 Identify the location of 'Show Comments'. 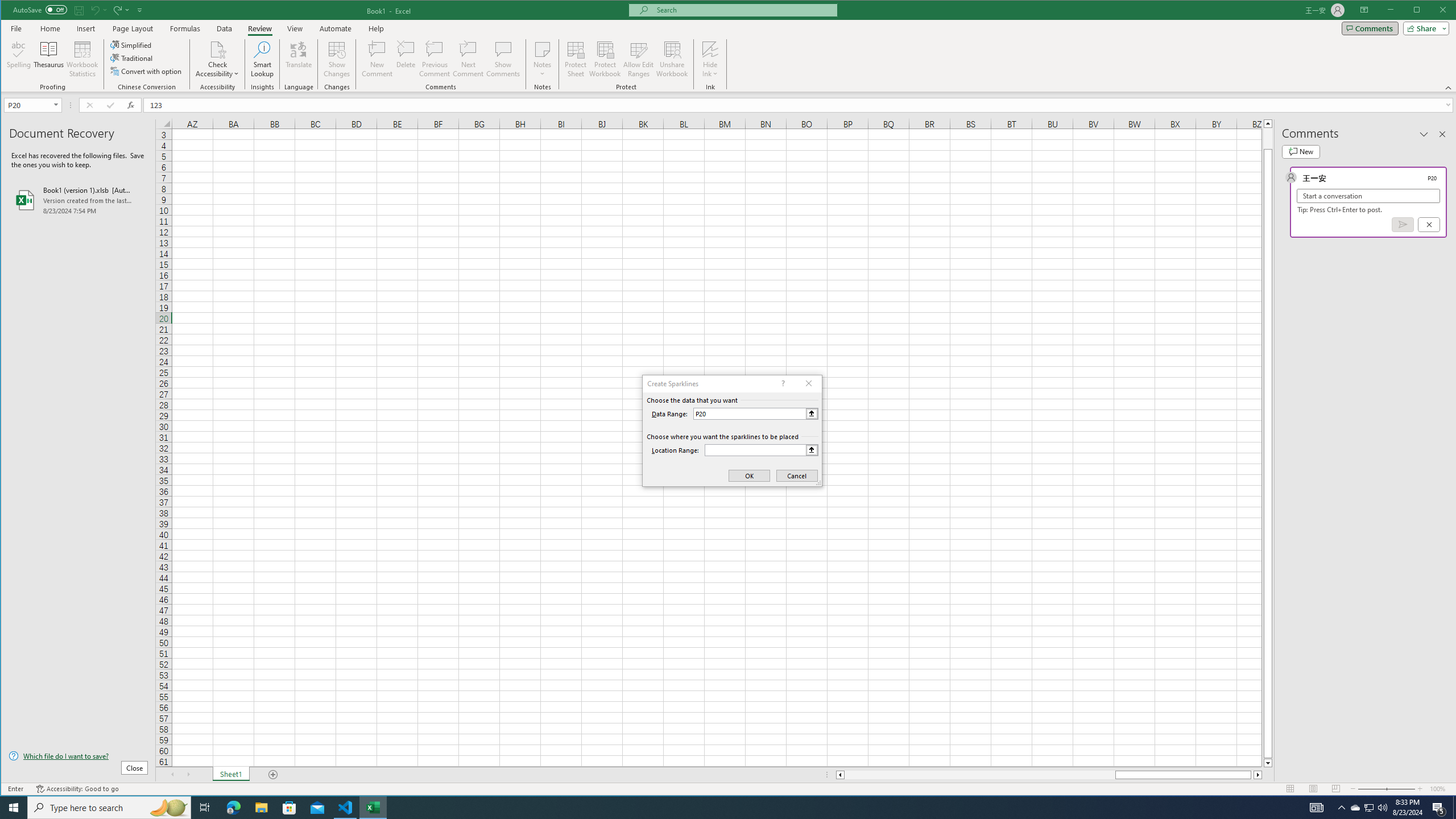
(503, 59).